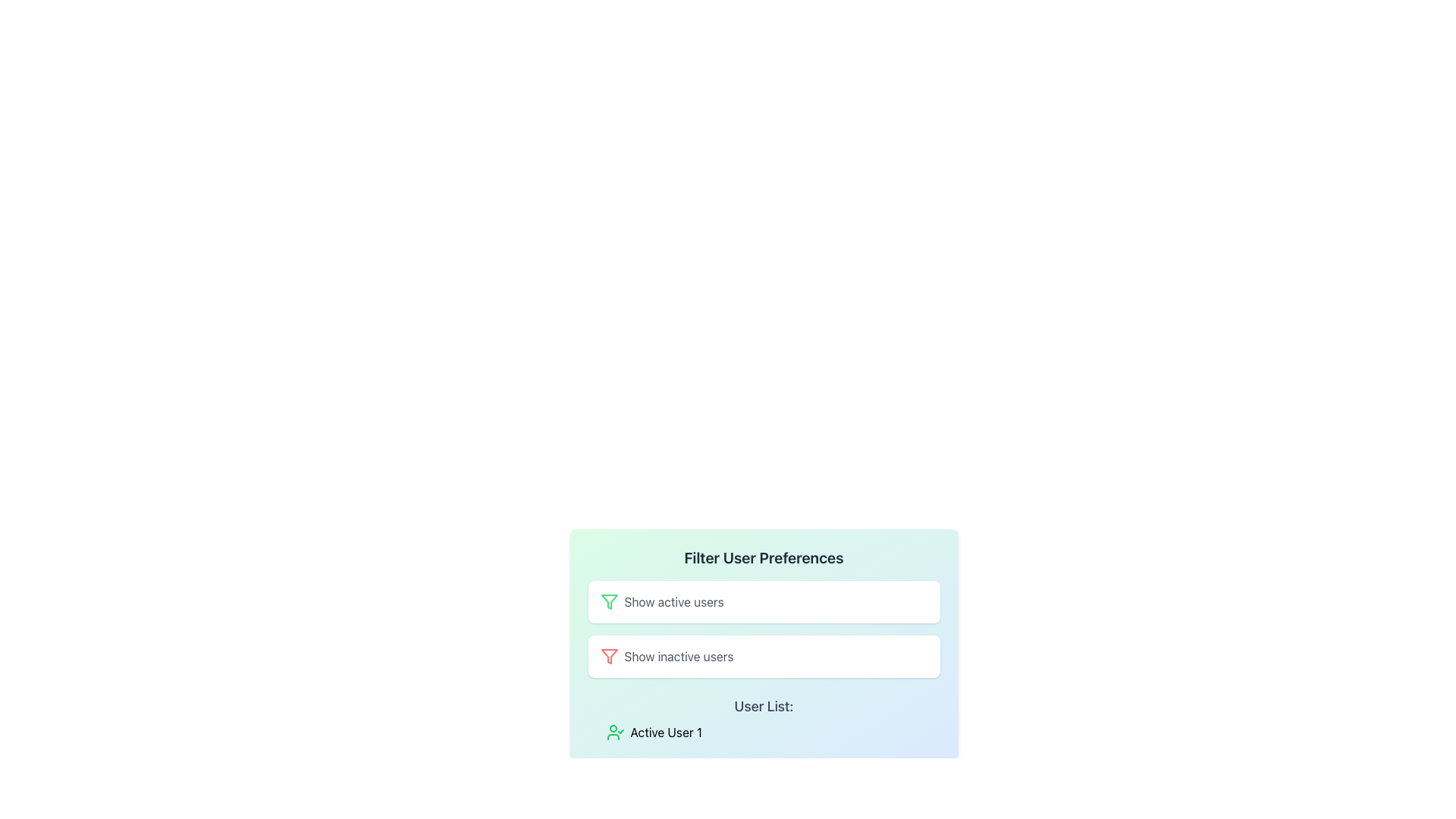  Describe the element at coordinates (609, 656) in the screenshot. I see `the filtering icon for inactive users located in the 'Filter User Preferences' section, specifically in the second row next to the 'Show inactive users' label` at that location.